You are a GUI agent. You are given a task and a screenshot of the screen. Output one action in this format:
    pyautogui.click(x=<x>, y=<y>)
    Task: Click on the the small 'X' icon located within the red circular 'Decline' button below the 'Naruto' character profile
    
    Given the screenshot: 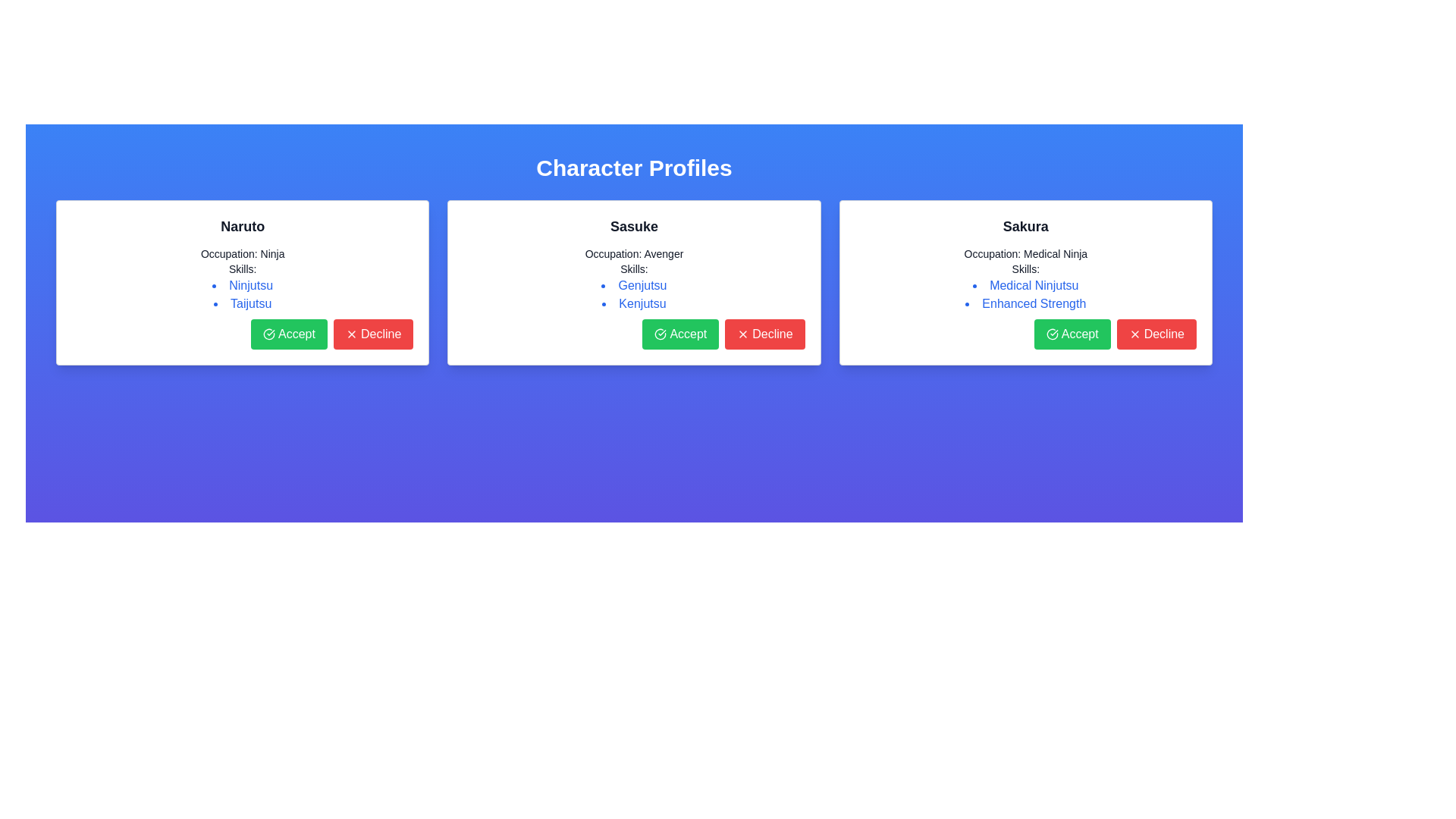 What is the action you would take?
    pyautogui.click(x=351, y=333)
    